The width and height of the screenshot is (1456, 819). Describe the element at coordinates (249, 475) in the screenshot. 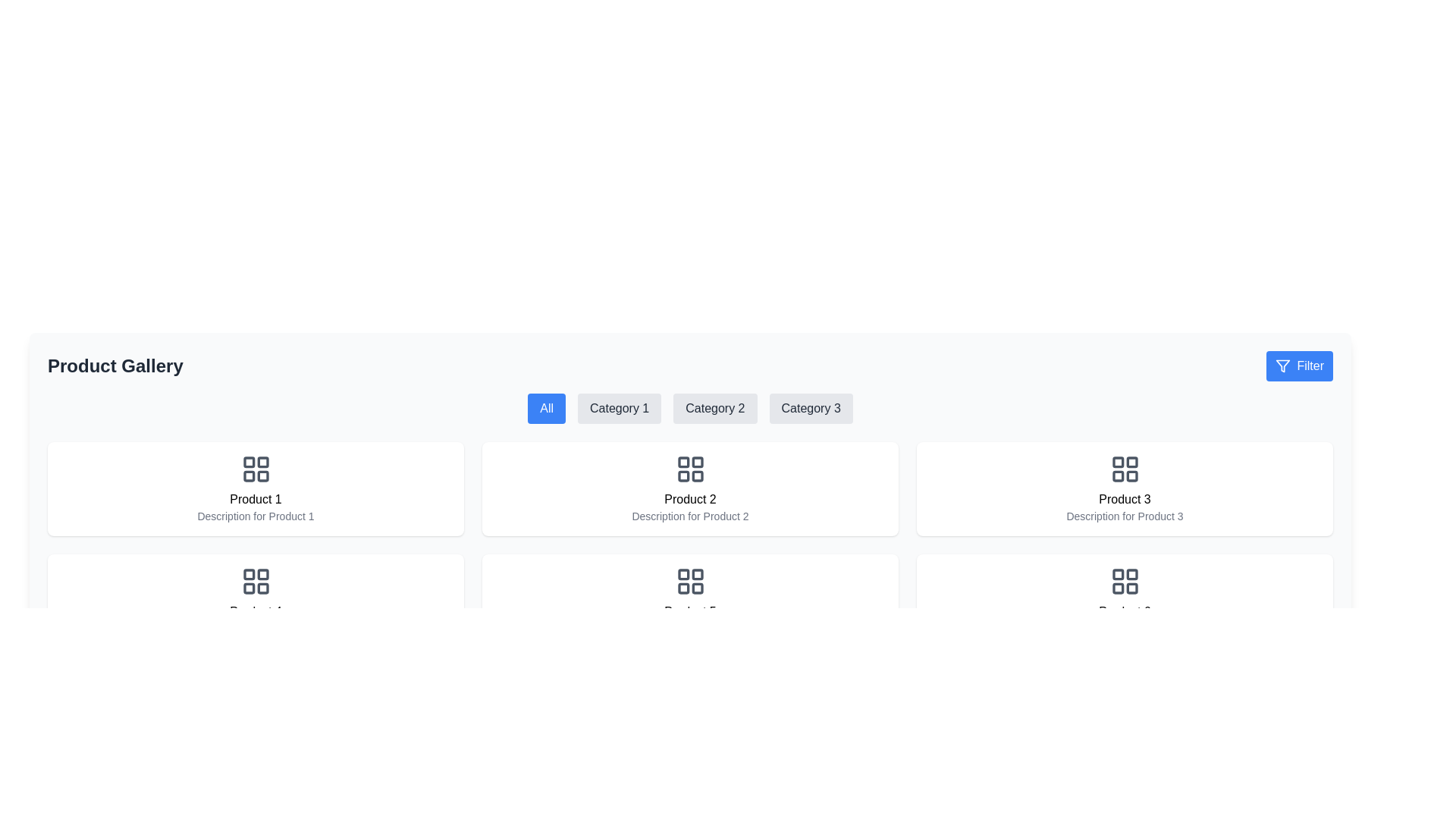

I see `the bottom-left square in the 2x2 grid icon that is part of the layout or view control button above the 'Product 1' label` at that location.